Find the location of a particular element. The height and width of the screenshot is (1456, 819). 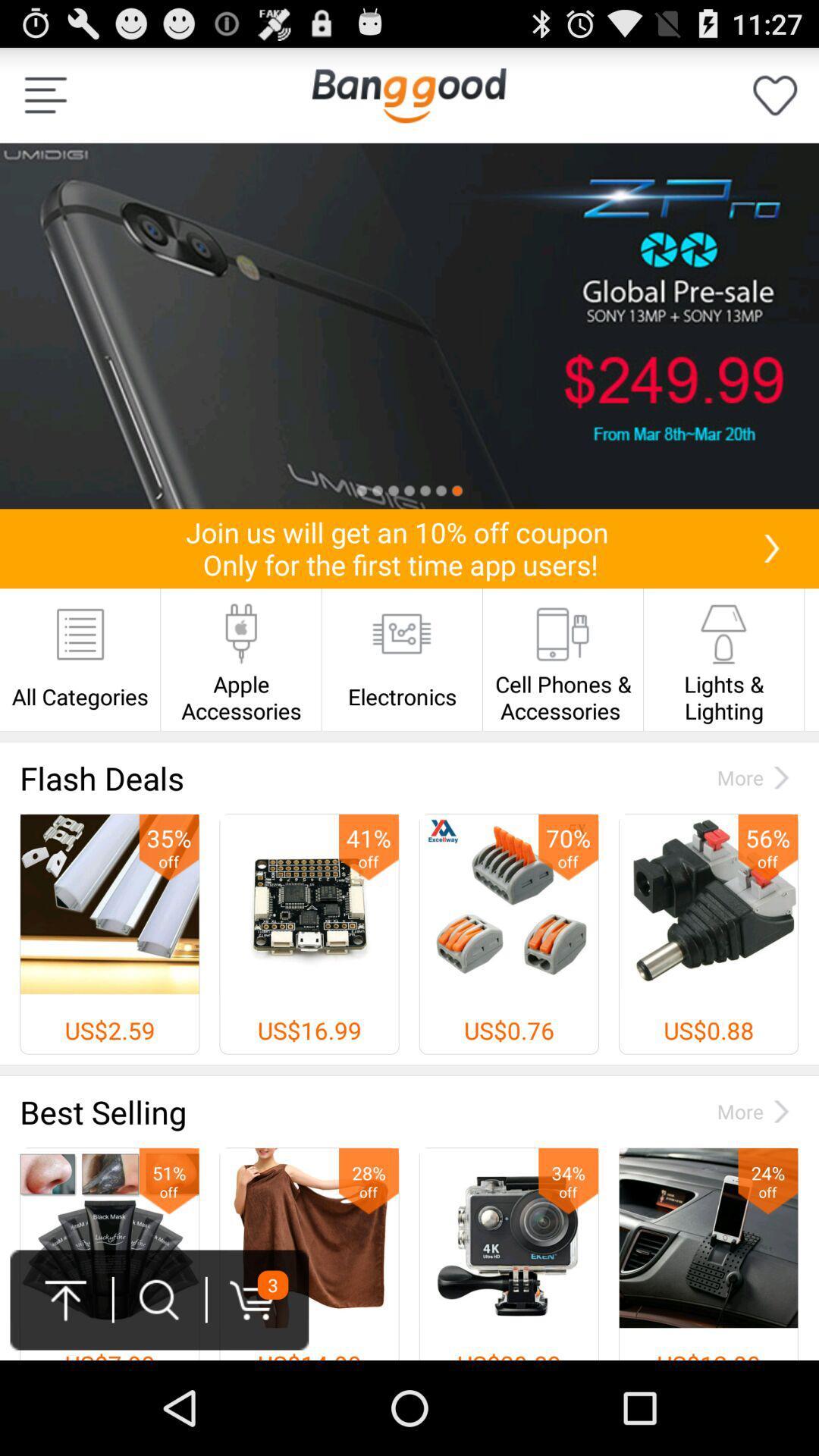

icon at the top left corner is located at coordinates (45, 94).